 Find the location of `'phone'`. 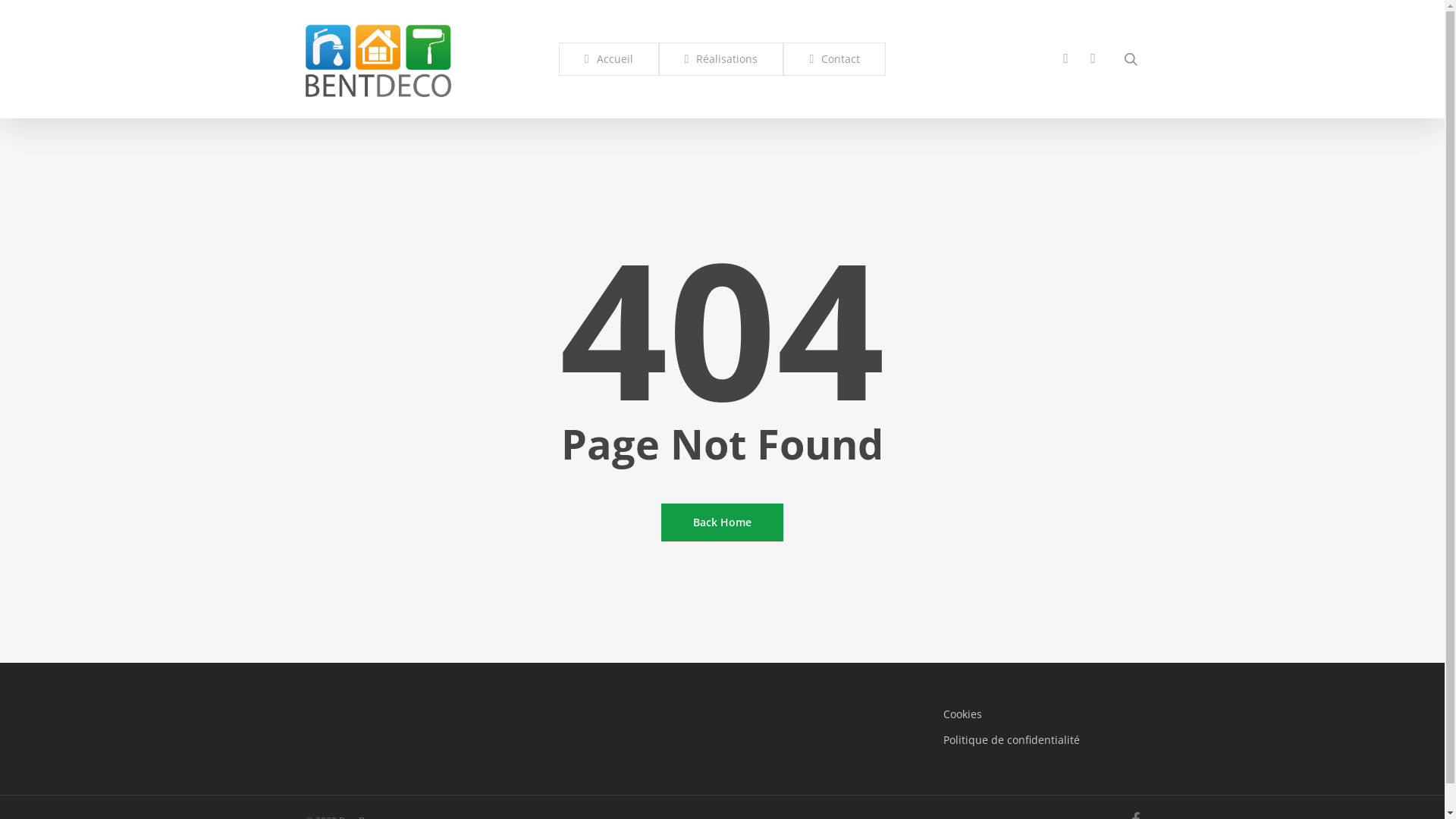

'phone' is located at coordinates (1065, 58).